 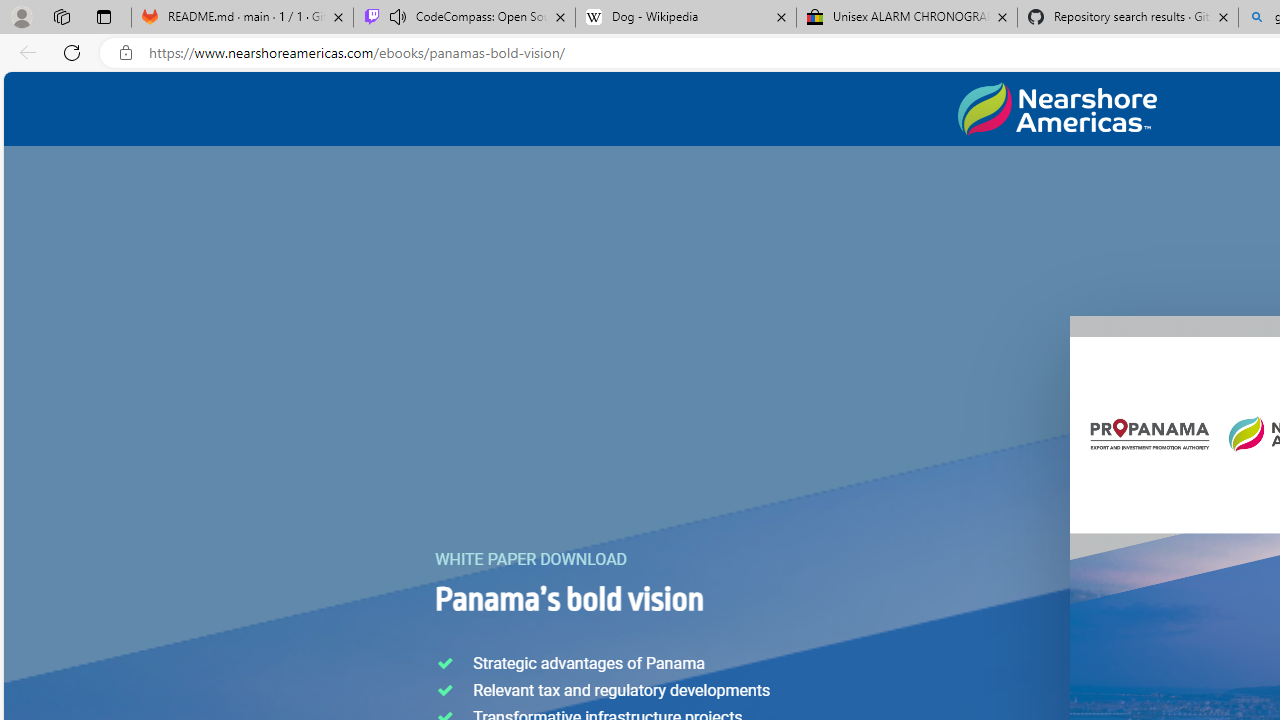 I want to click on 'Mute tab', so click(x=398, y=16).